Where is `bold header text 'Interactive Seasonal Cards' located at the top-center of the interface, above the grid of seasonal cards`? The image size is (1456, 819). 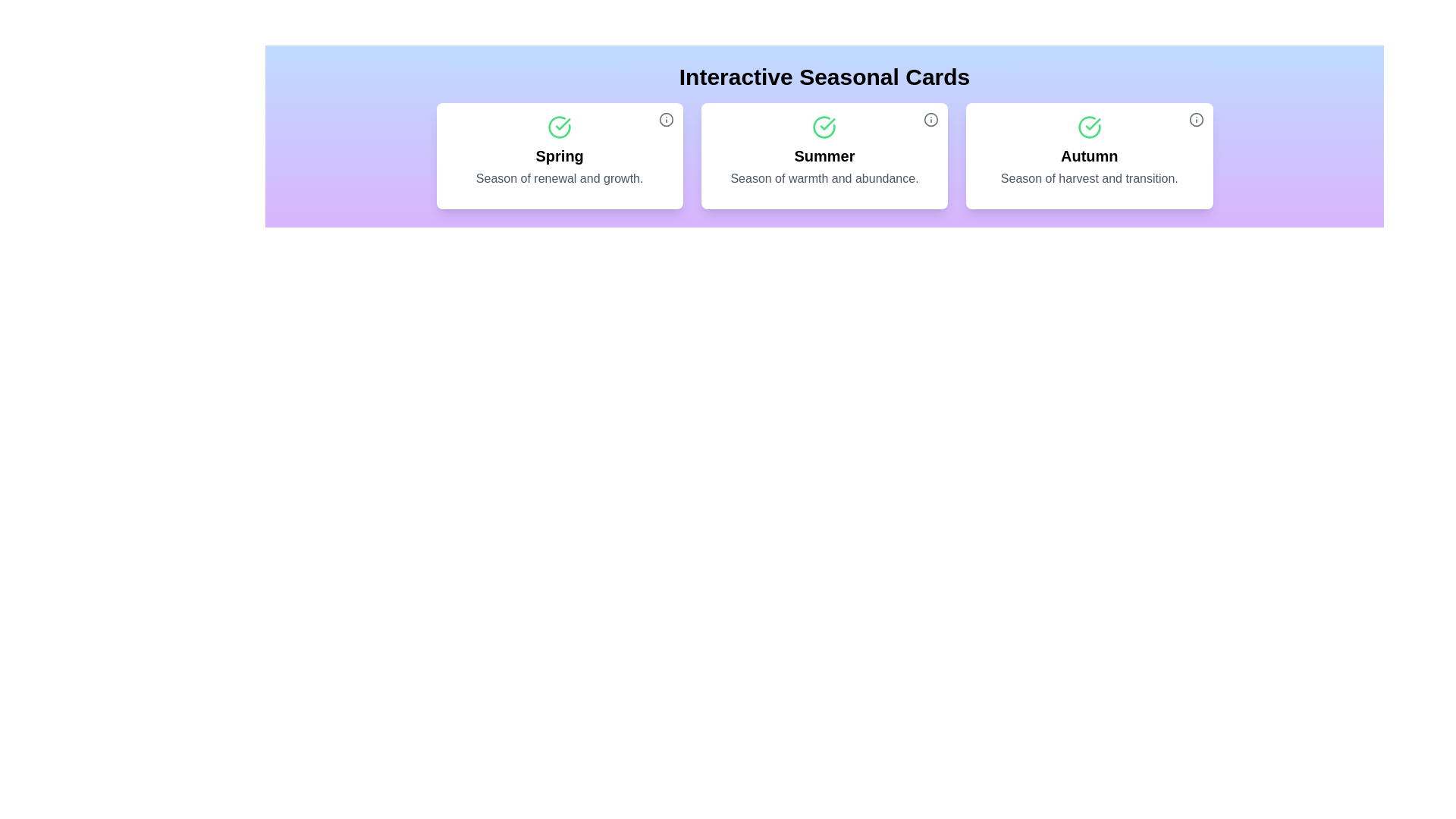 bold header text 'Interactive Seasonal Cards' located at the top-center of the interface, above the grid of seasonal cards is located at coordinates (824, 77).